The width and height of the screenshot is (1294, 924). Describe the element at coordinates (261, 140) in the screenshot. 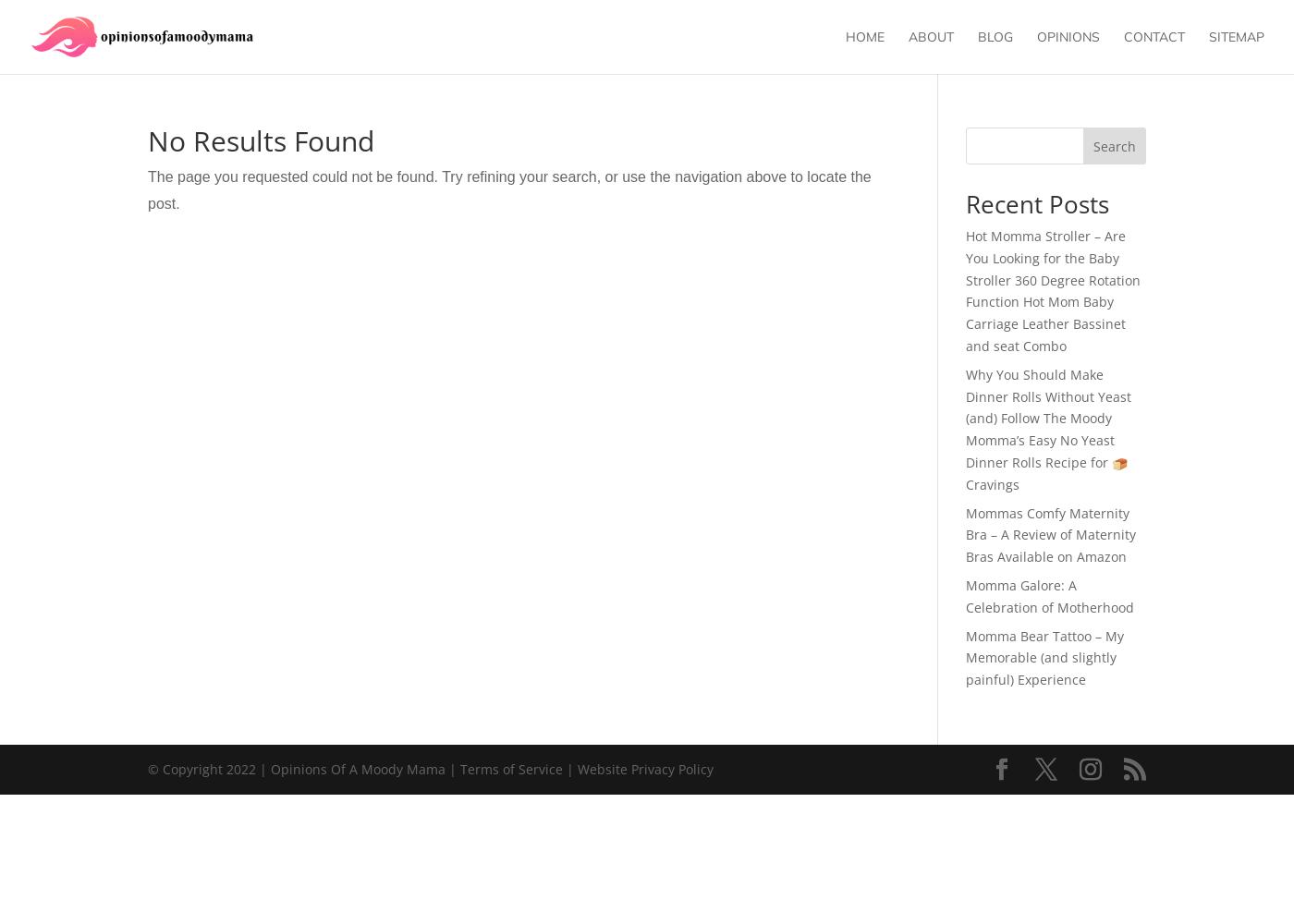

I see `'No Results Found'` at that location.